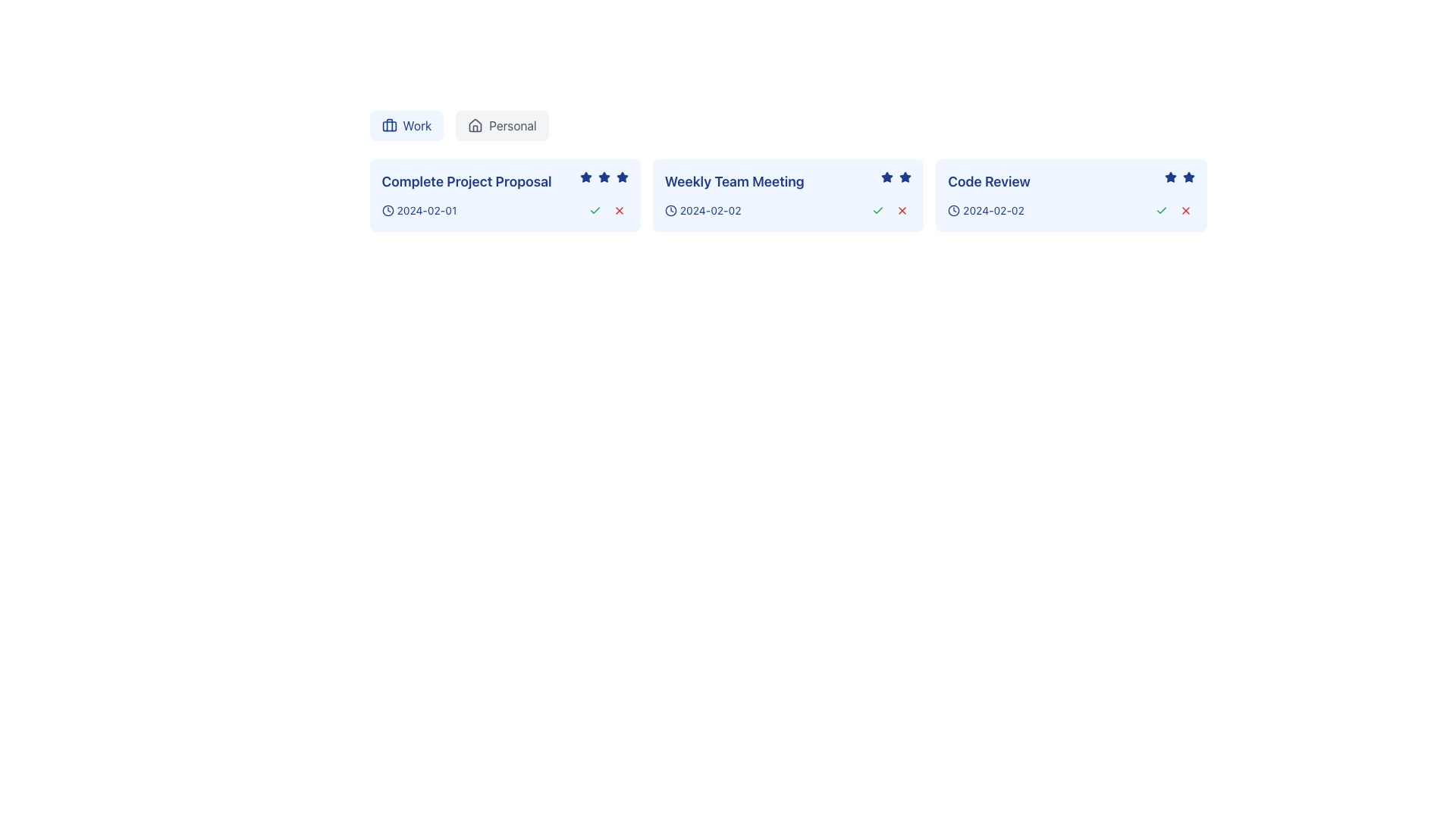 The height and width of the screenshot is (819, 1456). What do you see at coordinates (1188, 177) in the screenshot?
I see `the rightmost star icon button in the 'Code Review' card for interaction` at bounding box center [1188, 177].